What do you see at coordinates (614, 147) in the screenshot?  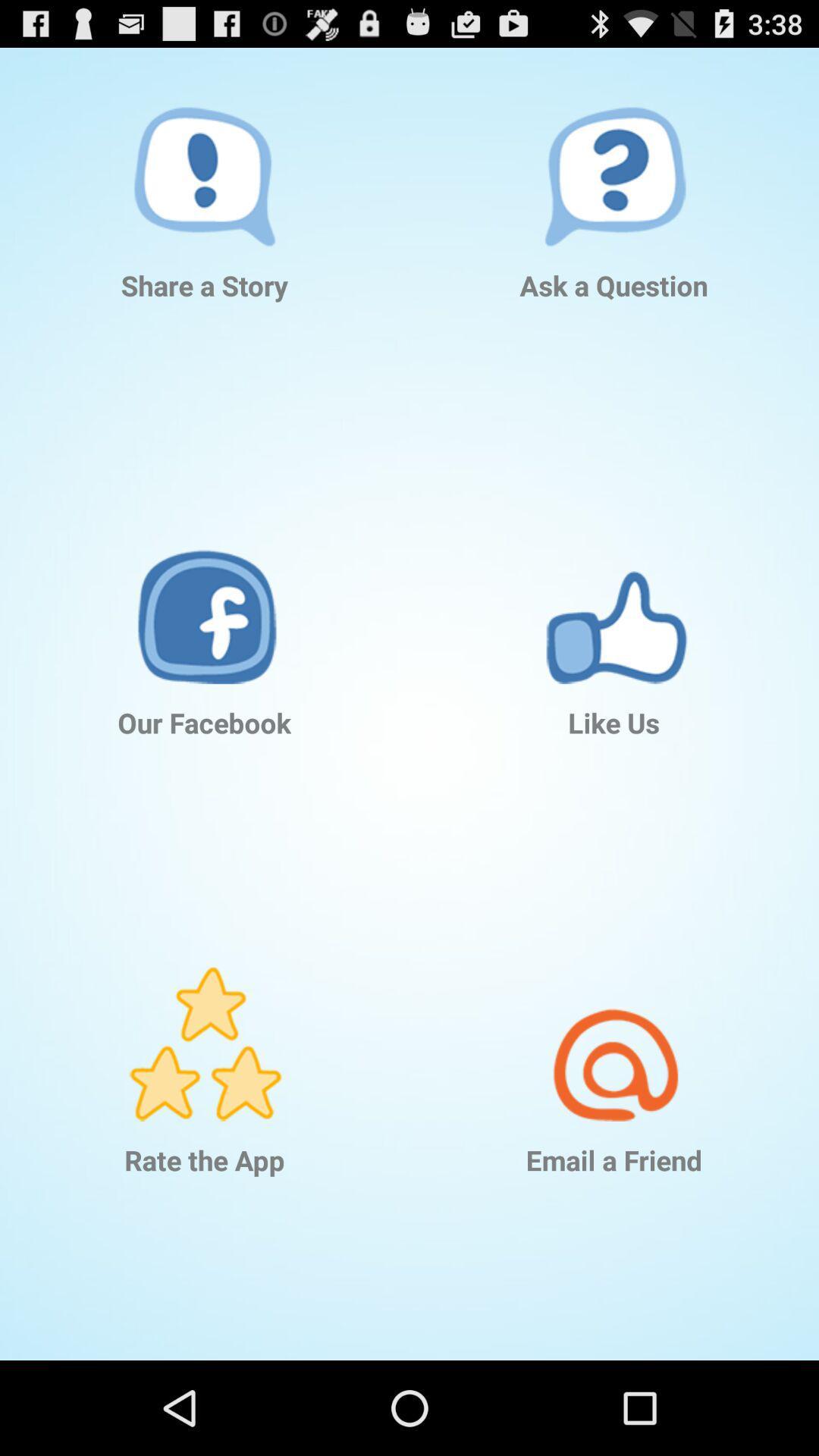 I see `the first option from the right top` at bounding box center [614, 147].